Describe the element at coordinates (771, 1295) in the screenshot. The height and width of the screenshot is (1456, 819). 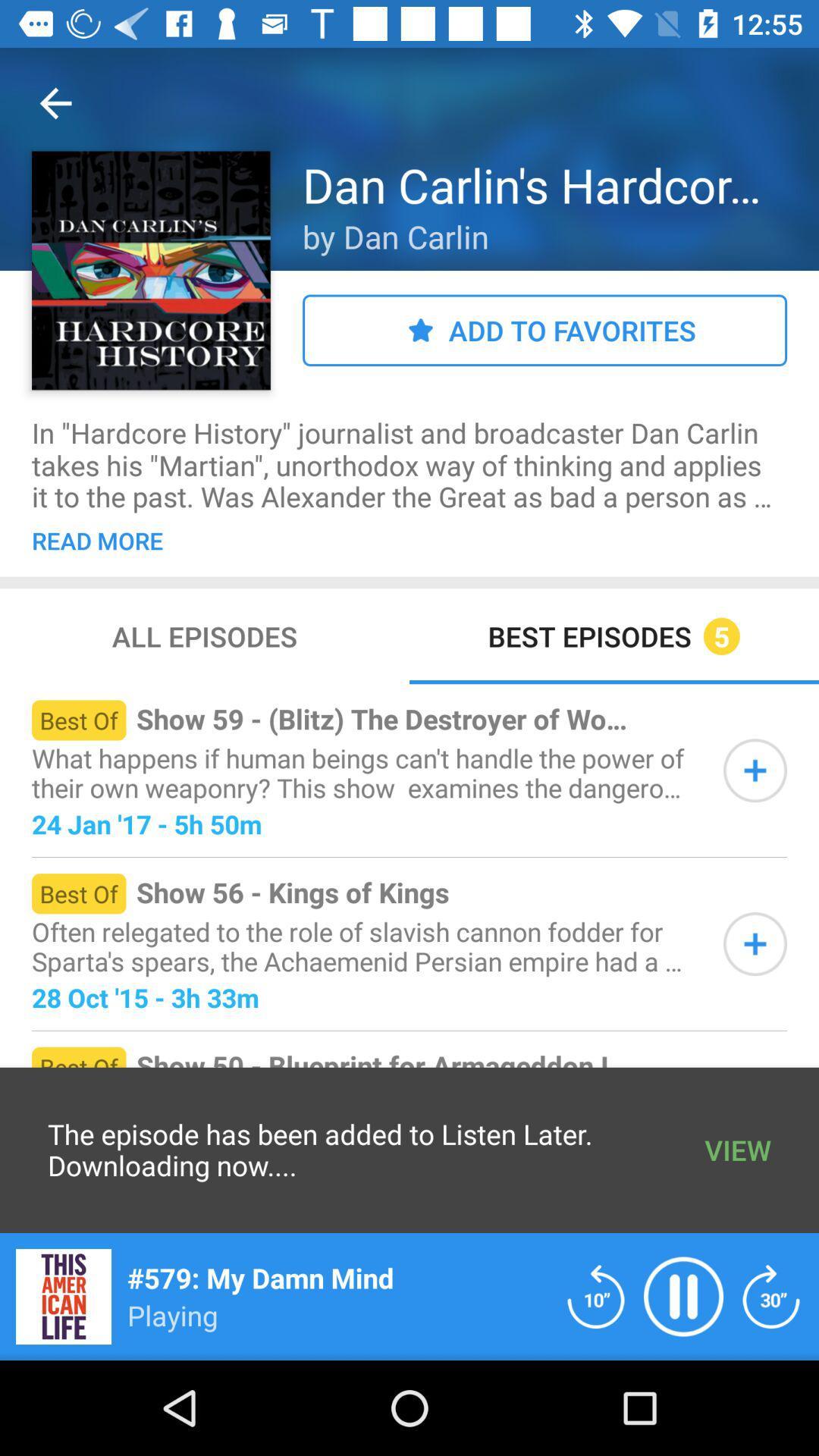
I see `the av_forward icon` at that location.